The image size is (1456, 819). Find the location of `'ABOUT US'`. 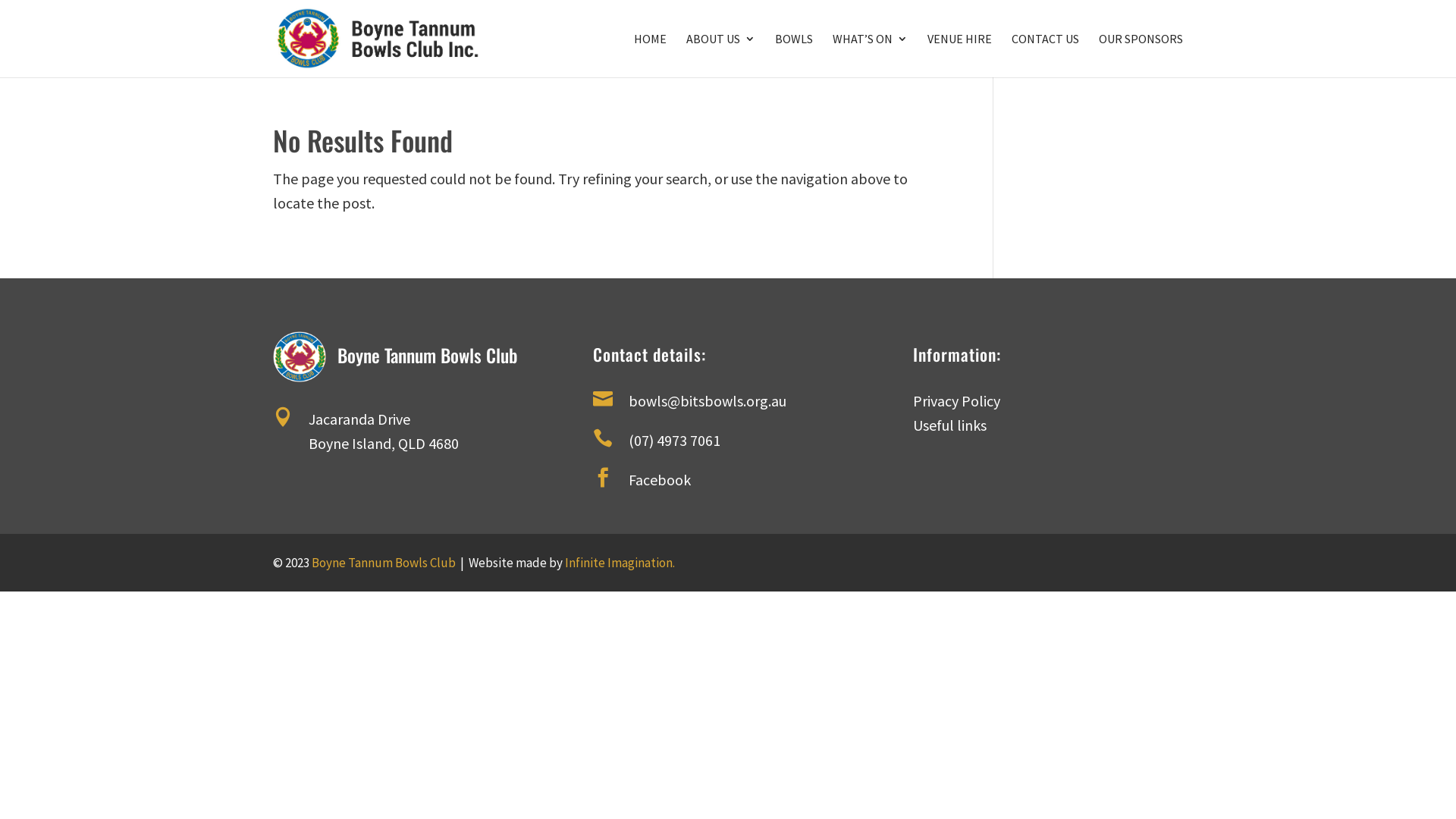

'ABOUT US' is located at coordinates (720, 55).